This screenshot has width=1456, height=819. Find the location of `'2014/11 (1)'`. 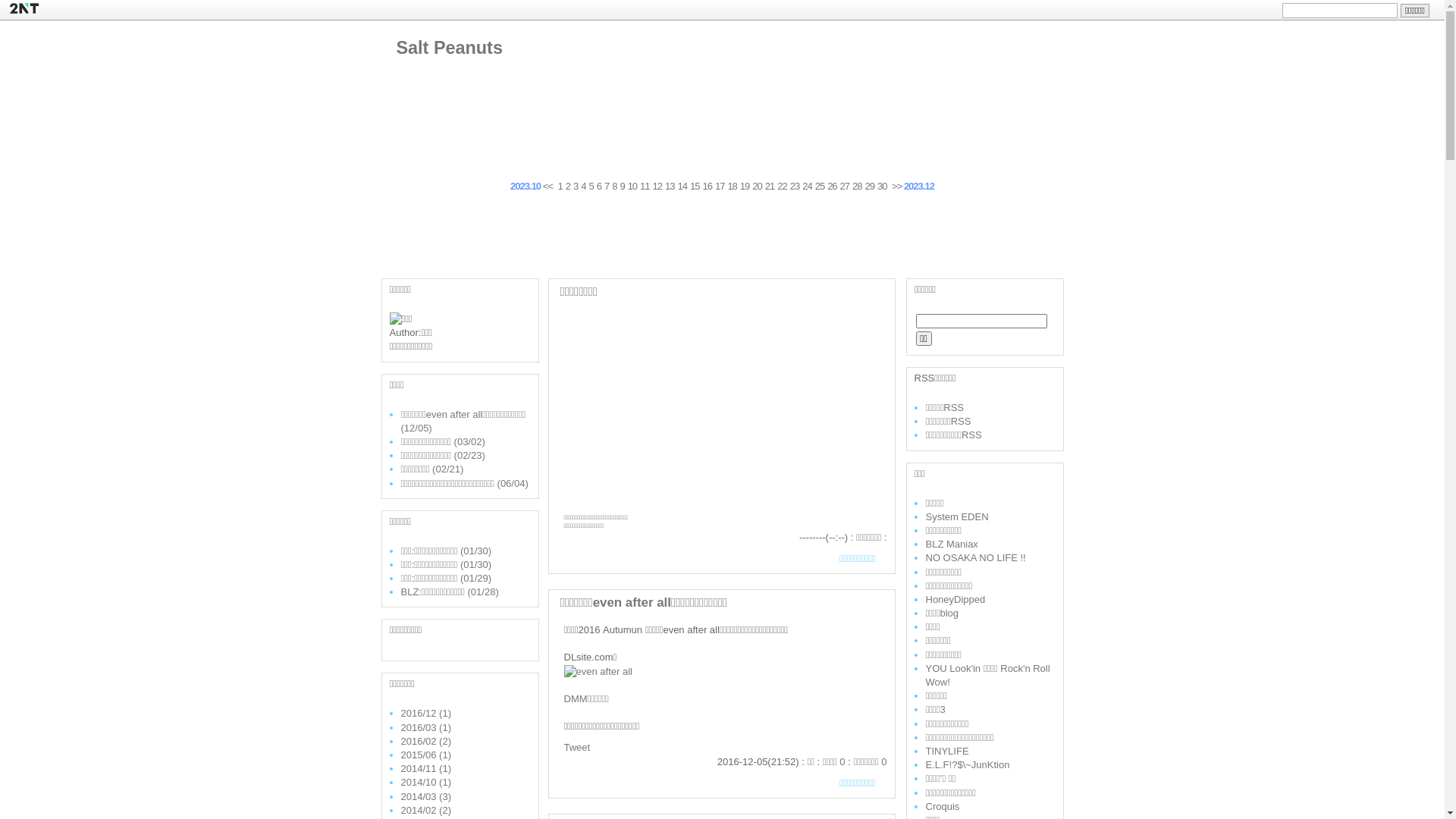

'2014/11 (1)' is located at coordinates (425, 768).